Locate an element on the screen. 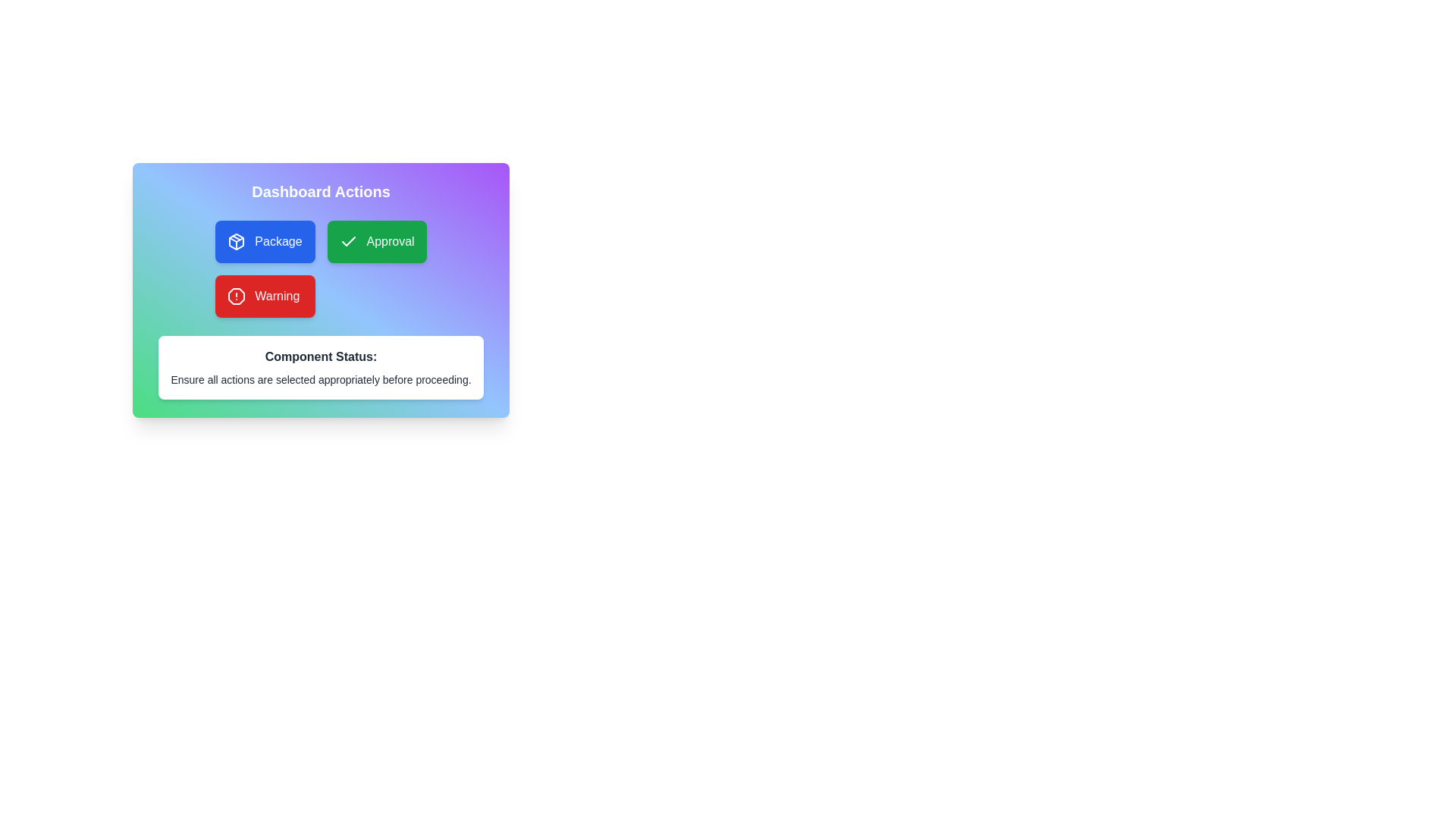 The width and height of the screenshot is (1456, 819). the Static Informational Text Block that displays the status of the component, which includes the text 'Component Status:' and 'Ensure all actions are selected appropriately before proceeding.' is located at coordinates (320, 368).